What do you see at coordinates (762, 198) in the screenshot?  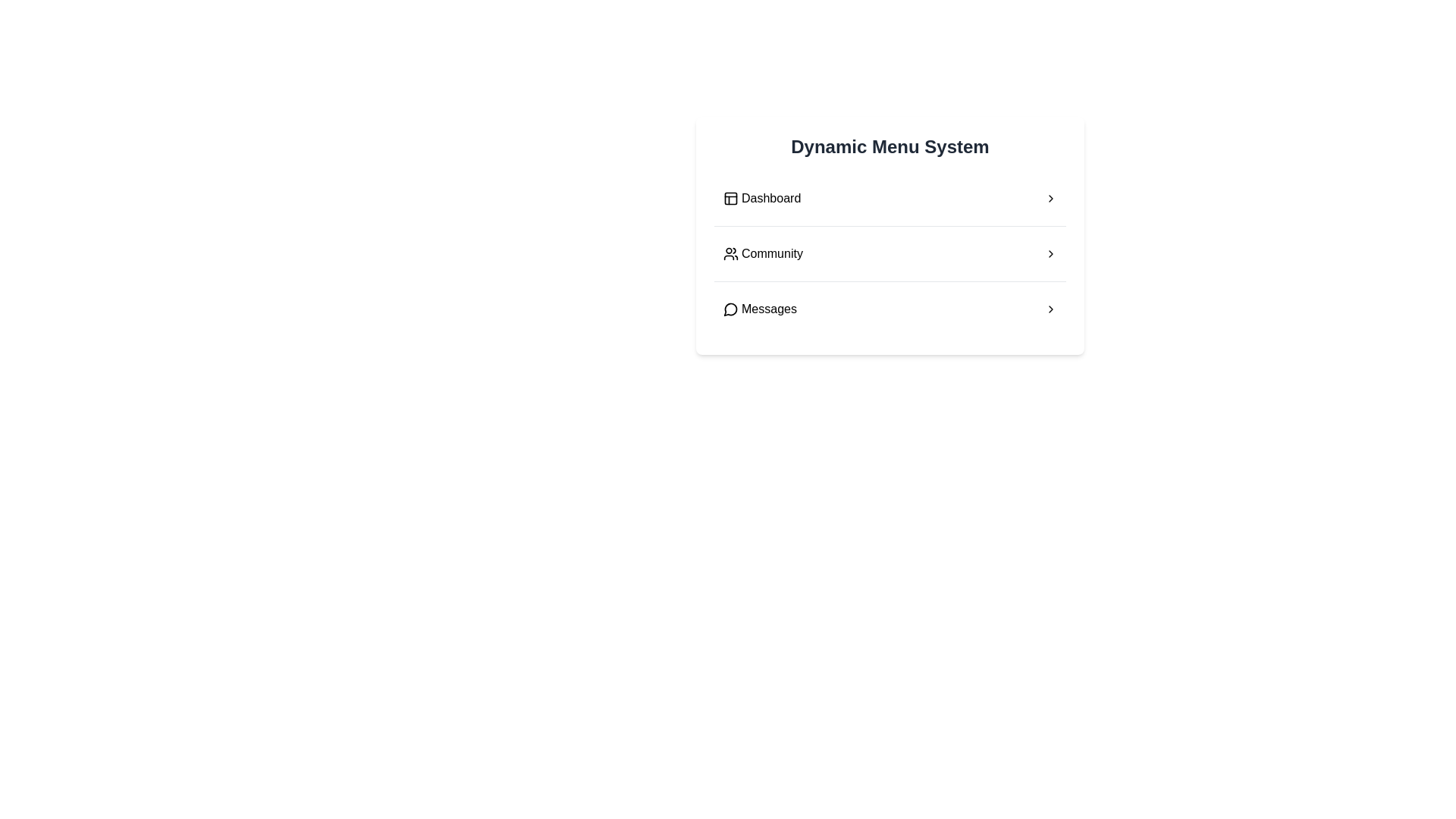 I see `the first clickable menu item under the 'Dynamic Menu System' header` at bounding box center [762, 198].